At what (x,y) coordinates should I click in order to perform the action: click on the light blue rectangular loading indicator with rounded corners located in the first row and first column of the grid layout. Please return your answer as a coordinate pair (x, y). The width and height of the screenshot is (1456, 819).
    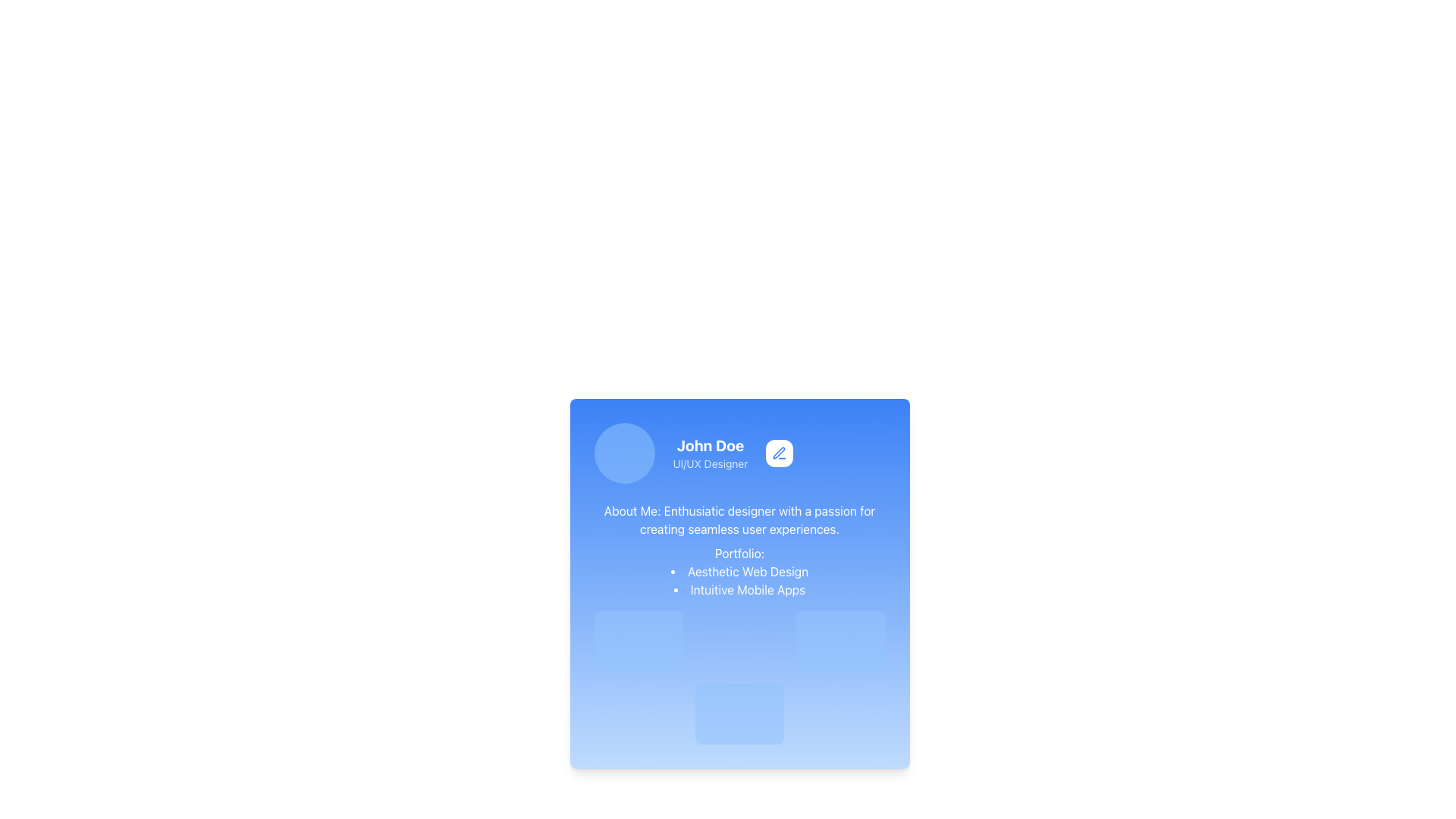
    Looking at the image, I should click on (639, 641).